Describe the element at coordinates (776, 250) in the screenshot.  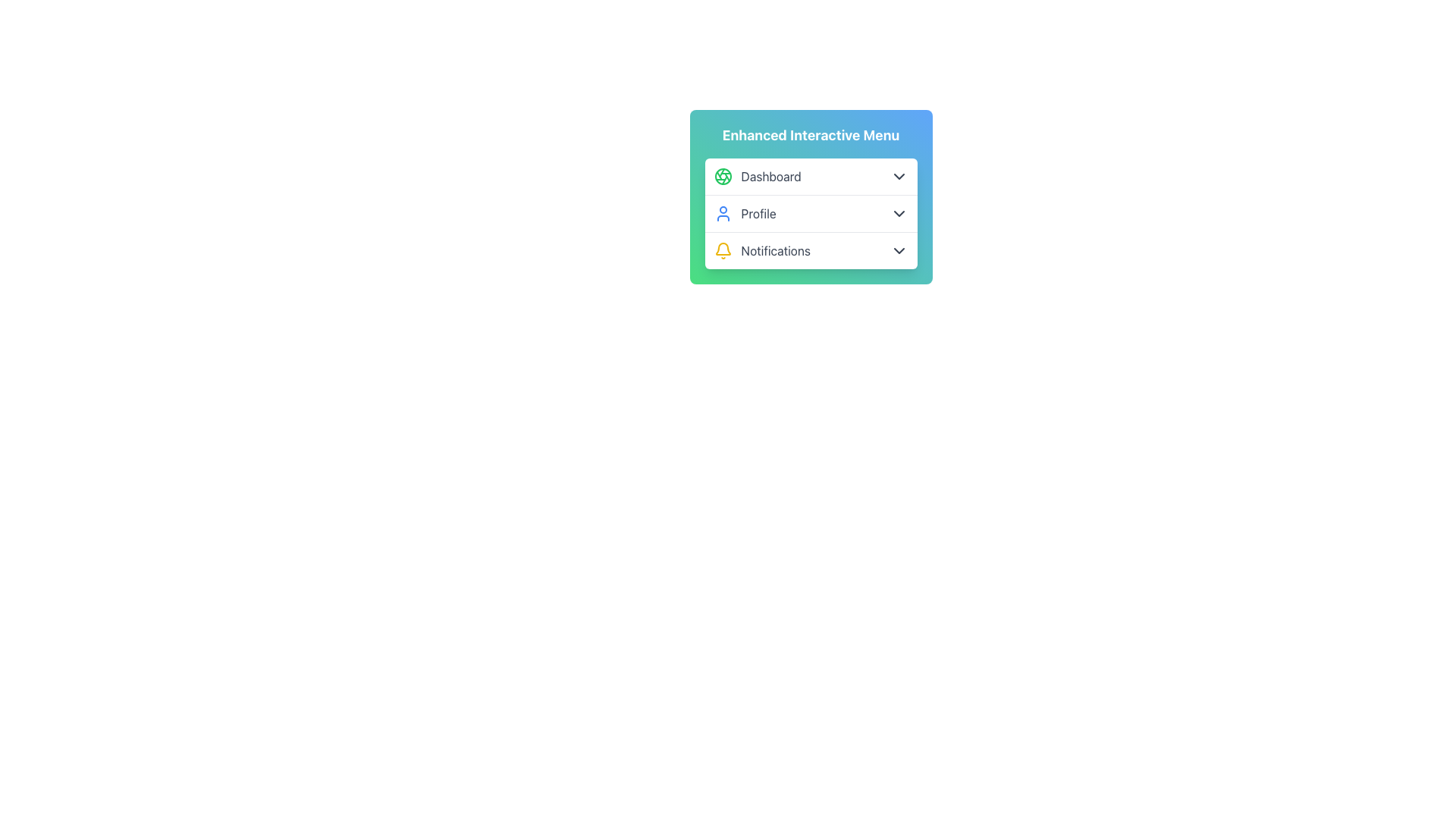
I see `text of the 'Notifications' label, which is the third entry in the 'Enhanced Interactive Menu' list` at that location.